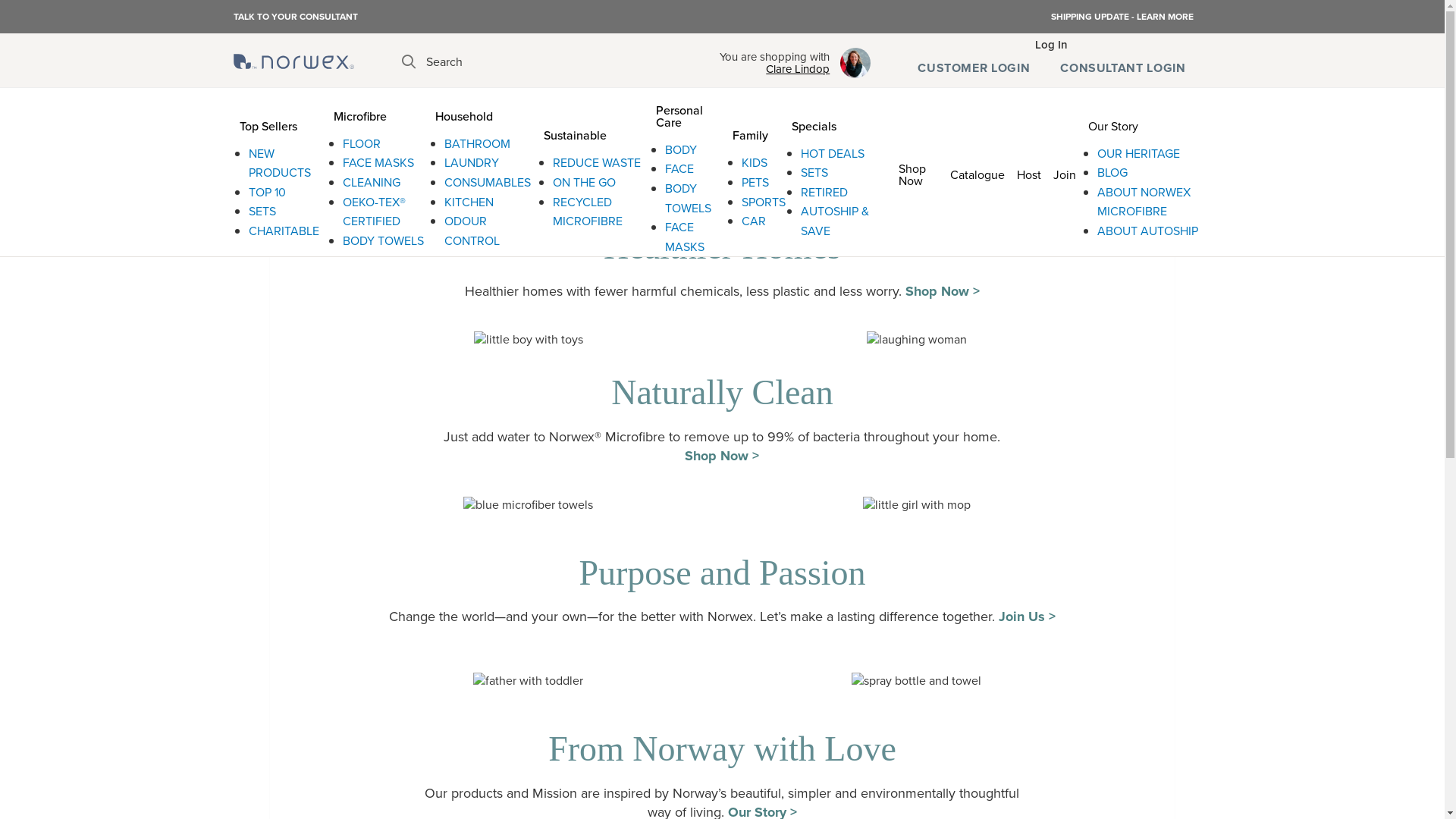  What do you see at coordinates (942, 291) in the screenshot?
I see `'Shop Now >'` at bounding box center [942, 291].